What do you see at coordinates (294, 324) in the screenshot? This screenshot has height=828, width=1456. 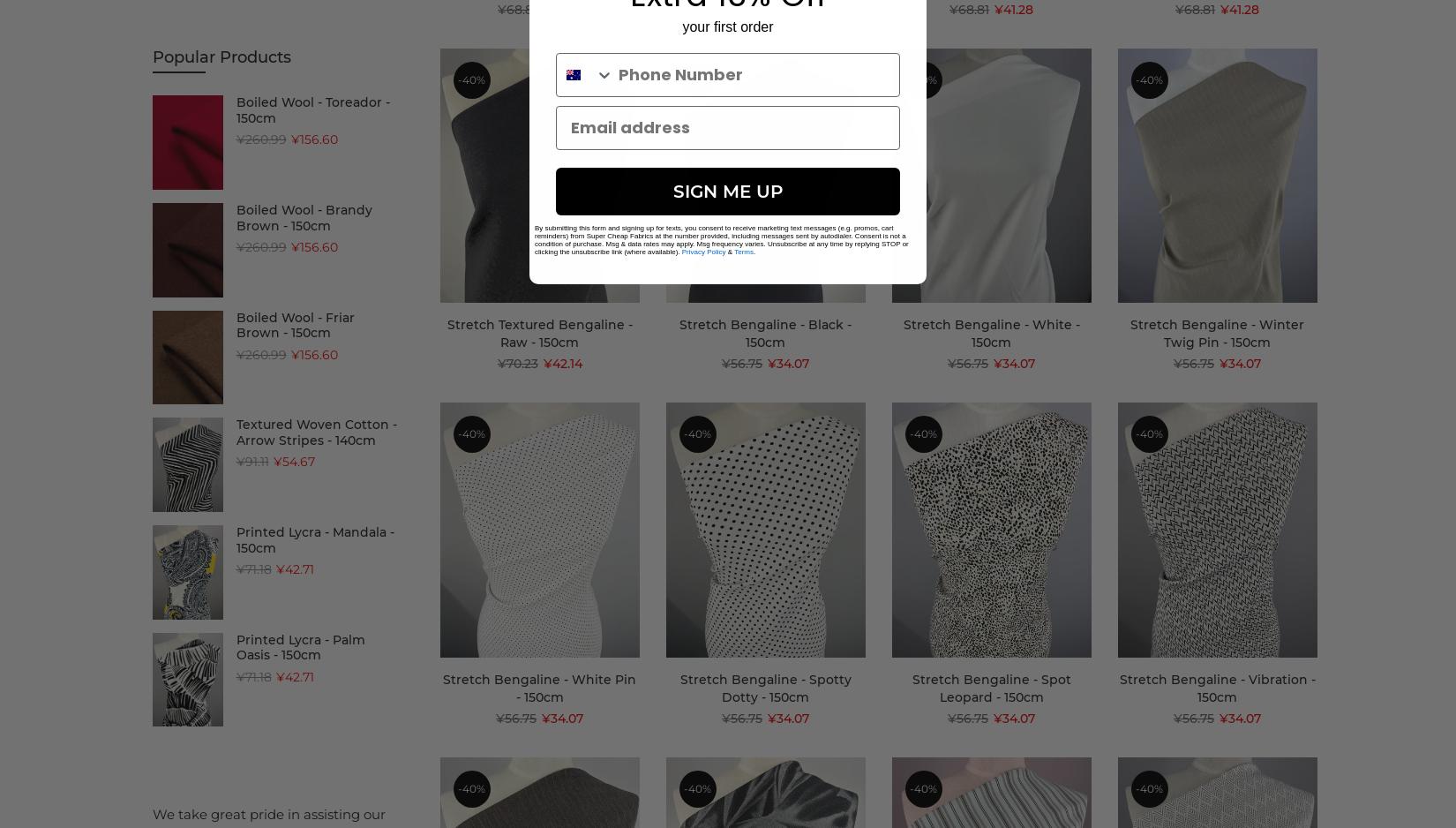 I see `'Boiled Wool - Friar Brown - 150cm'` at bounding box center [294, 324].